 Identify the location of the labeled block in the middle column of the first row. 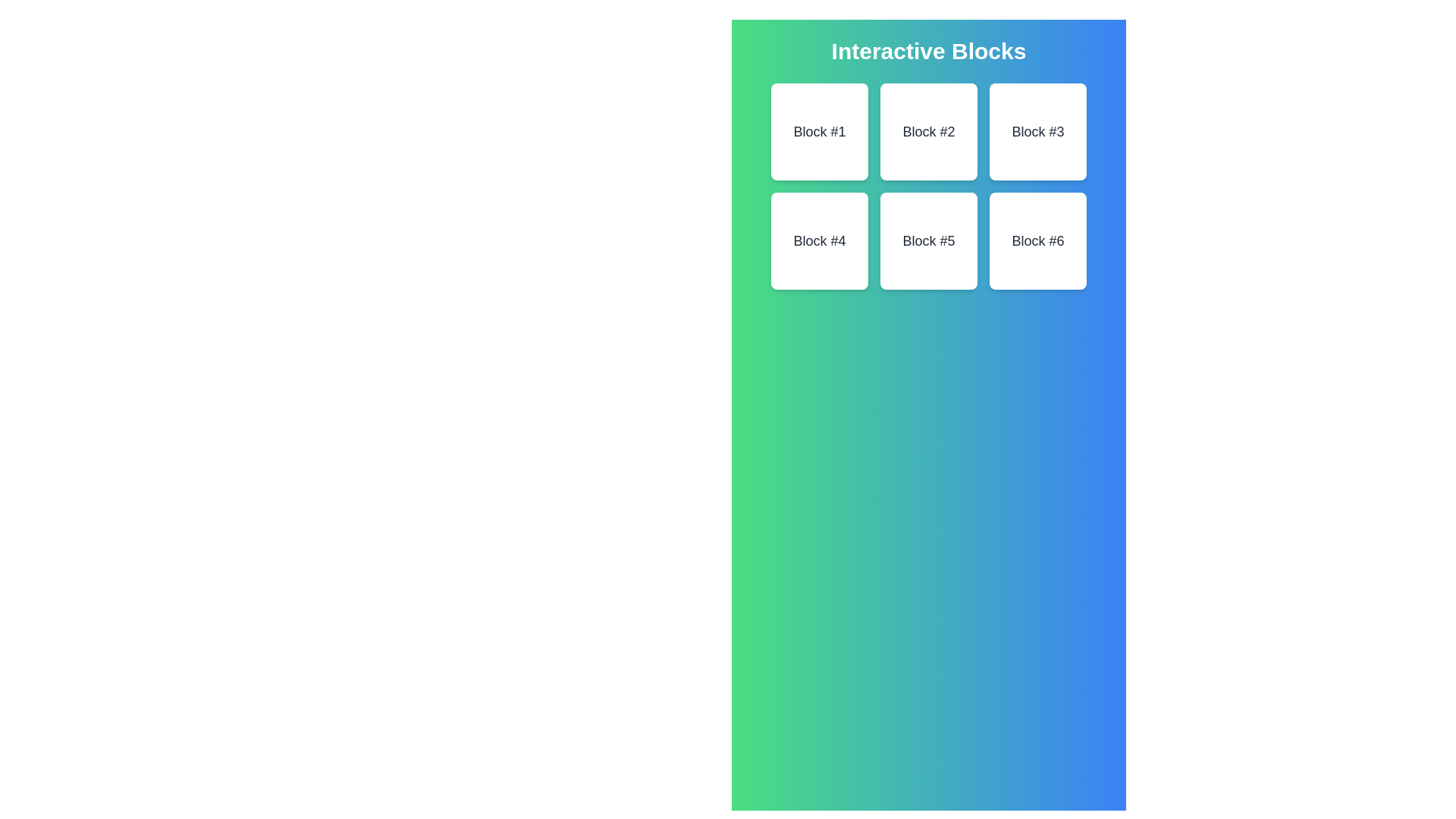
(927, 130).